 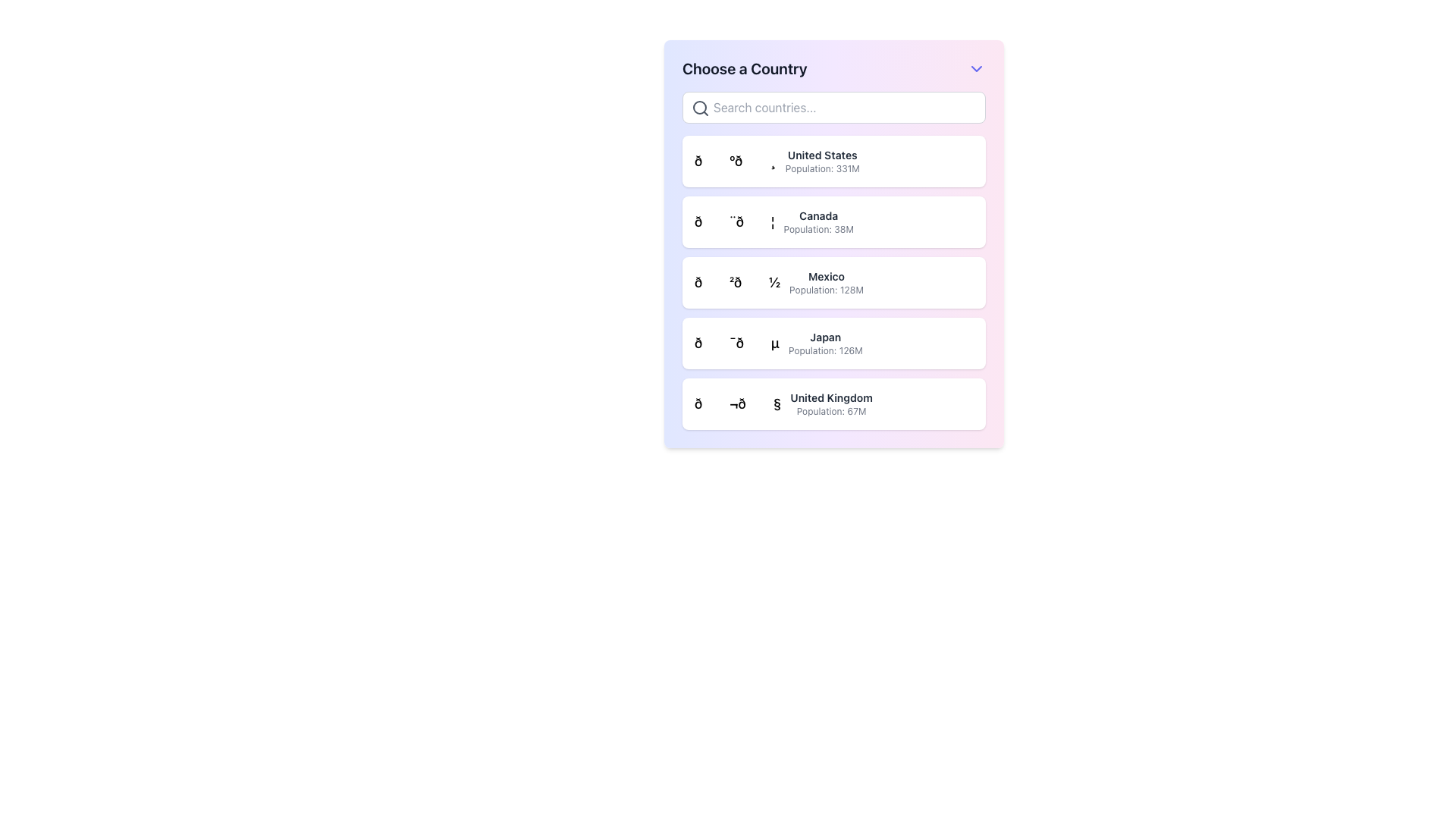 I want to click on the primary label representing the United States in the list of countries, located above the text 'Population: 331M', so click(x=821, y=155).